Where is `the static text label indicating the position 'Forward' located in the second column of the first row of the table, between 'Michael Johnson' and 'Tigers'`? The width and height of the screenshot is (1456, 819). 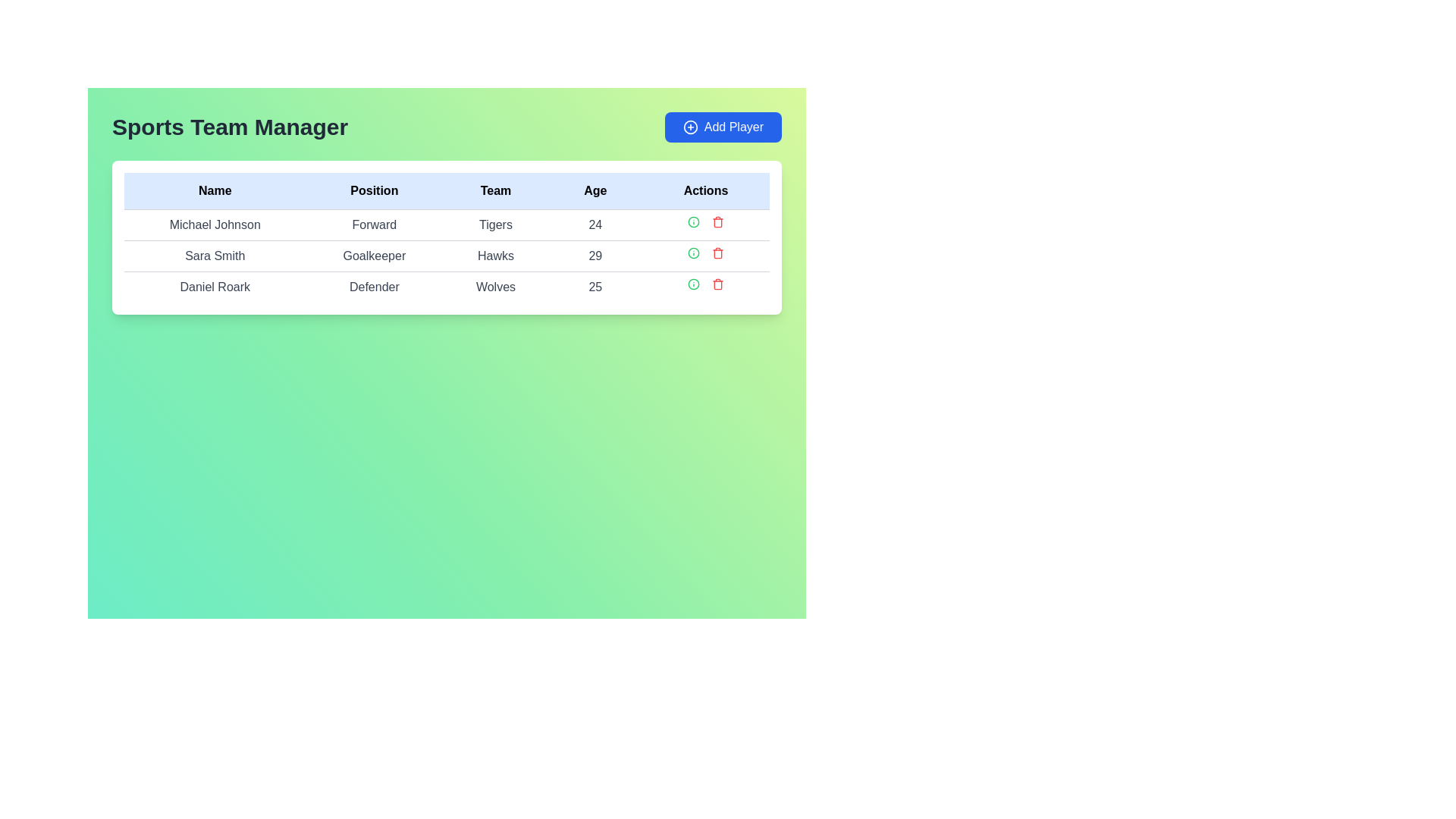
the static text label indicating the position 'Forward' located in the second column of the first row of the table, between 'Michael Johnson' and 'Tigers' is located at coordinates (374, 225).